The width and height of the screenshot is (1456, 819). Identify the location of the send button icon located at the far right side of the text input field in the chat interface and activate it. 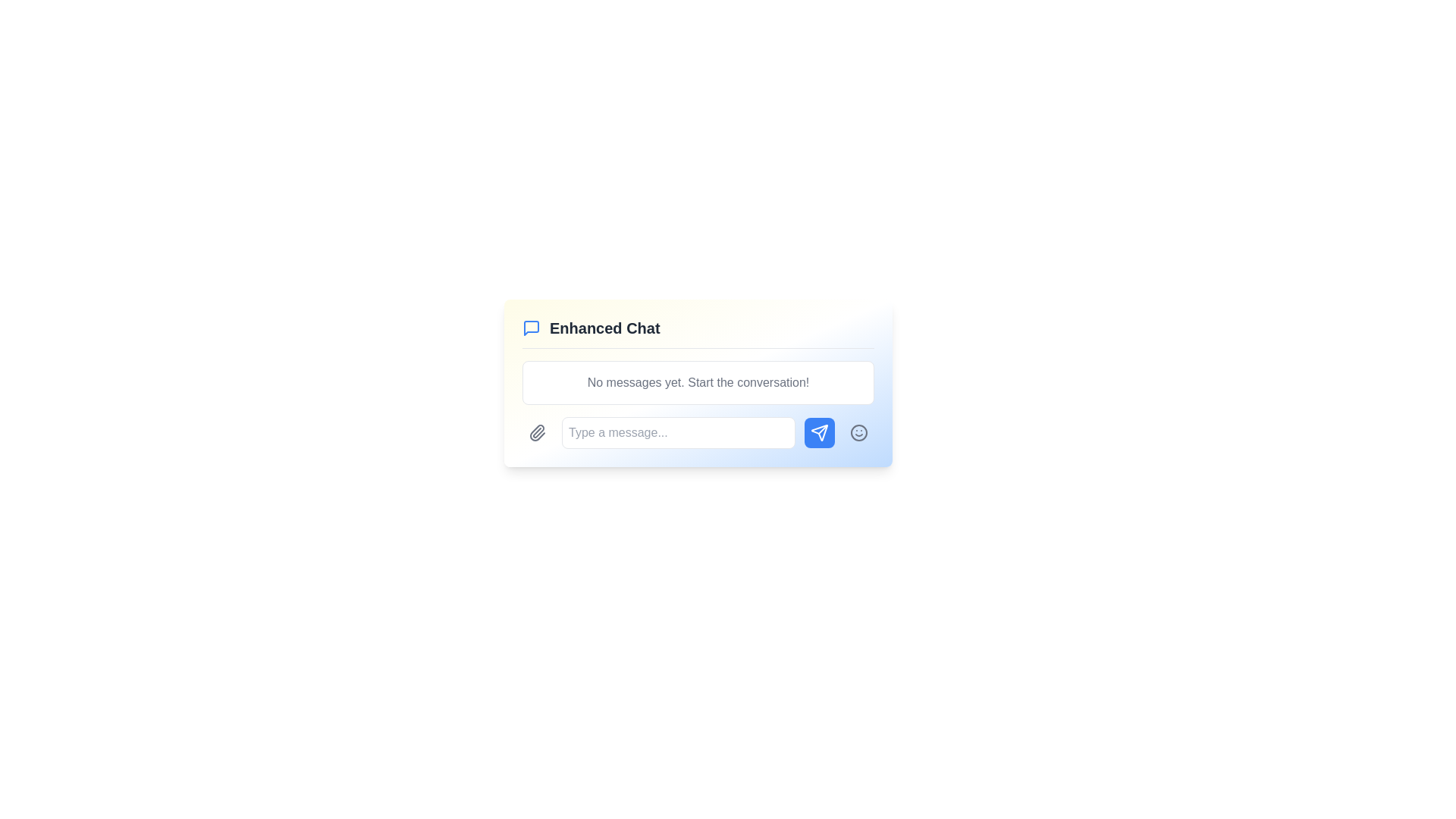
(818, 432).